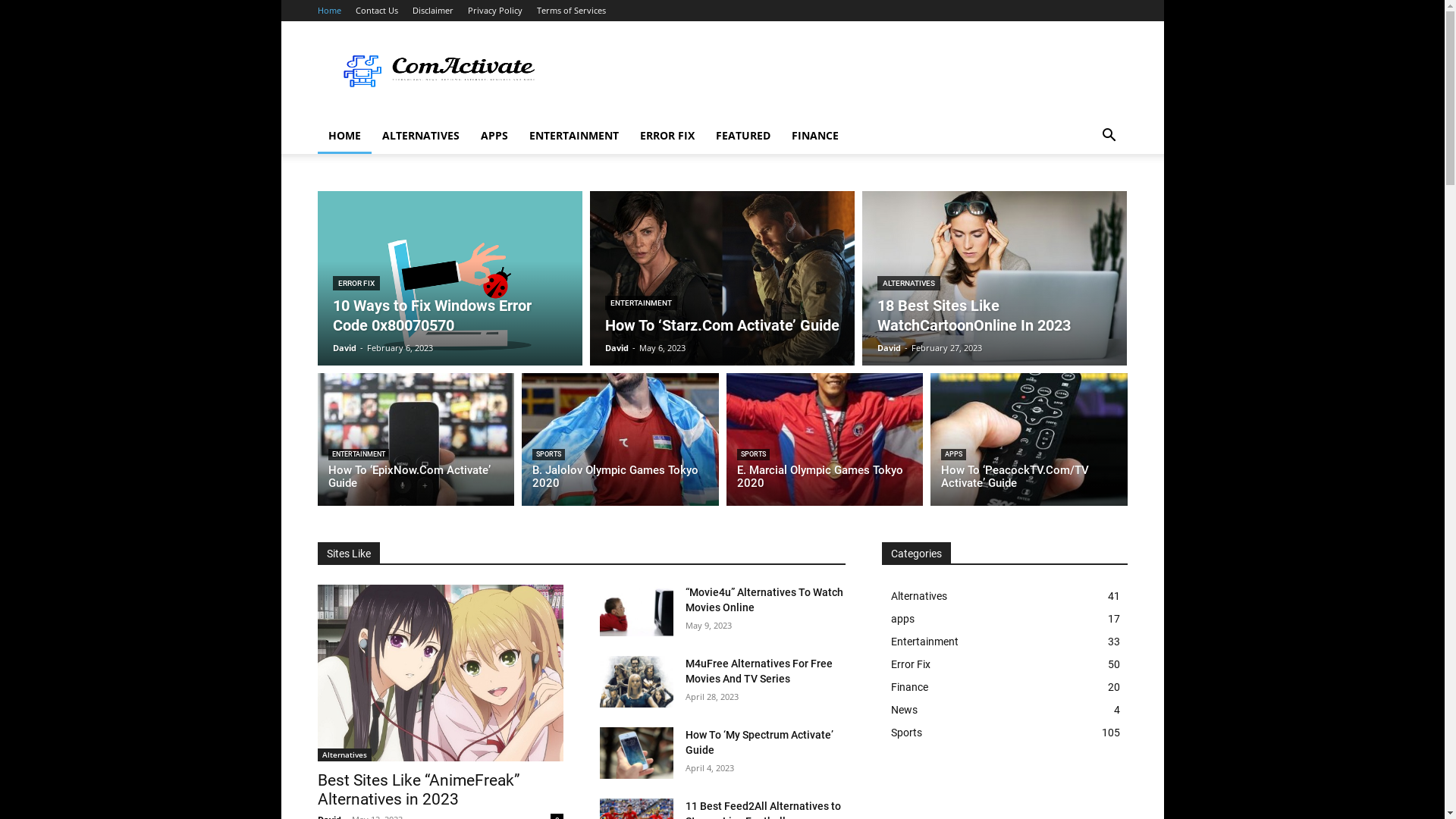 This screenshot has width=1456, height=819. Describe the element at coordinates (548, 453) in the screenshot. I see `'SPORTS'` at that location.